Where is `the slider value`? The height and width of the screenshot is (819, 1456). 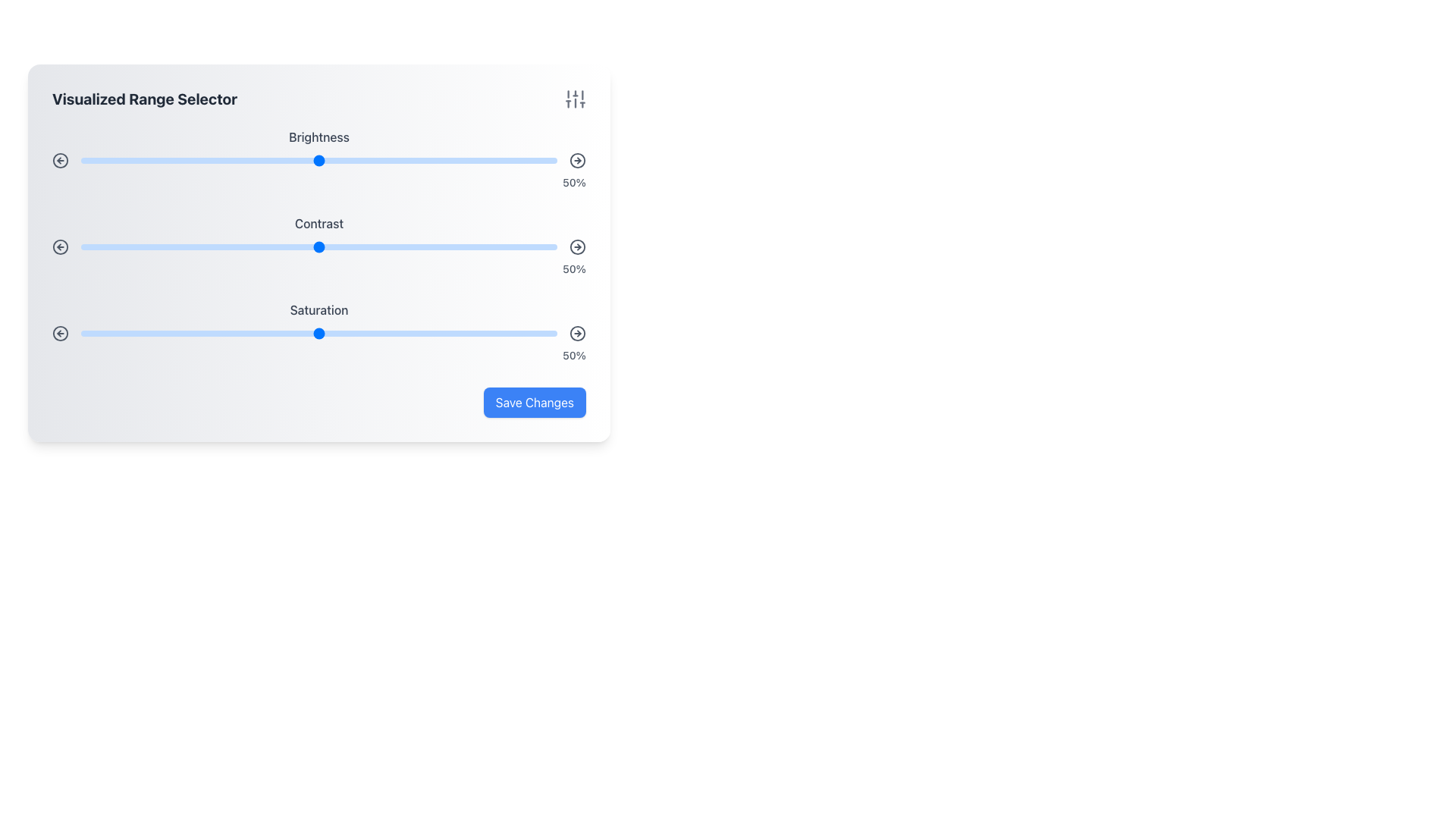 the slider value is located at coordinates (218, 246).